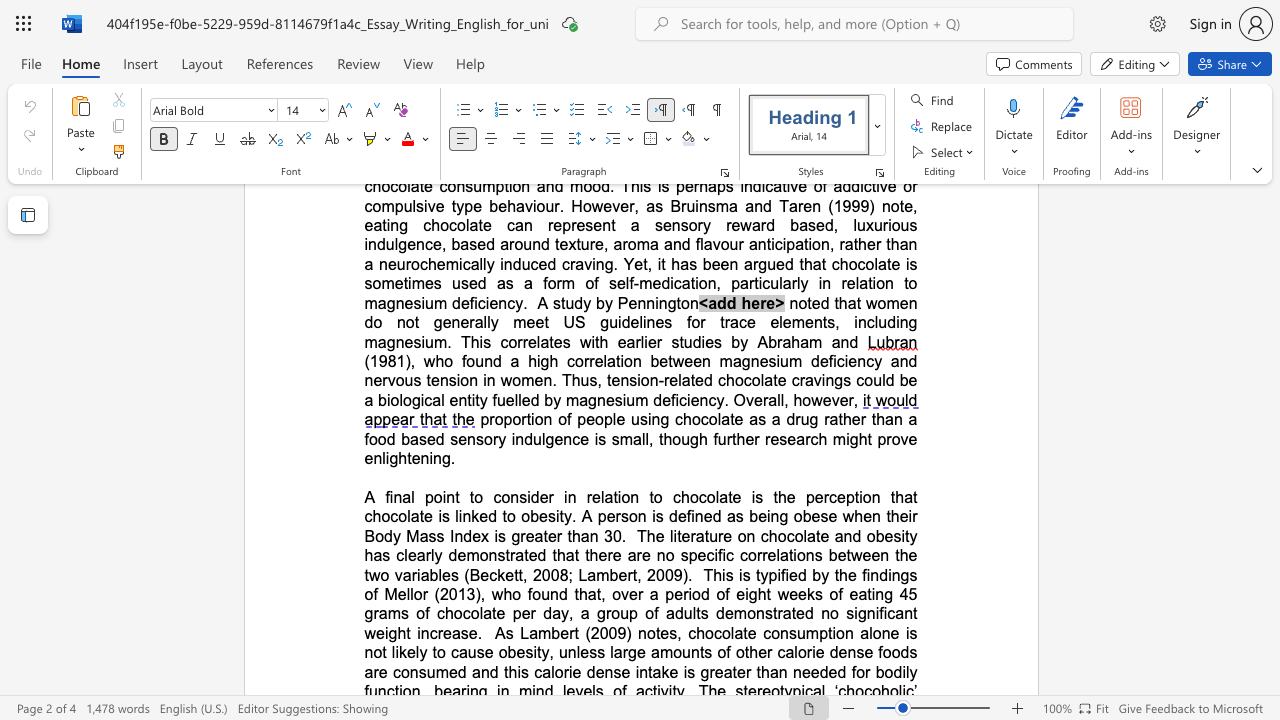  What do you see at coordinates (626, 575) in the screenshot?
I see `the subset text "rt, 2" within the text "that there are no specific correlations between the two variables (Beckett, 2008; Lambert, 2009)"` at bounding box center [626, 575].